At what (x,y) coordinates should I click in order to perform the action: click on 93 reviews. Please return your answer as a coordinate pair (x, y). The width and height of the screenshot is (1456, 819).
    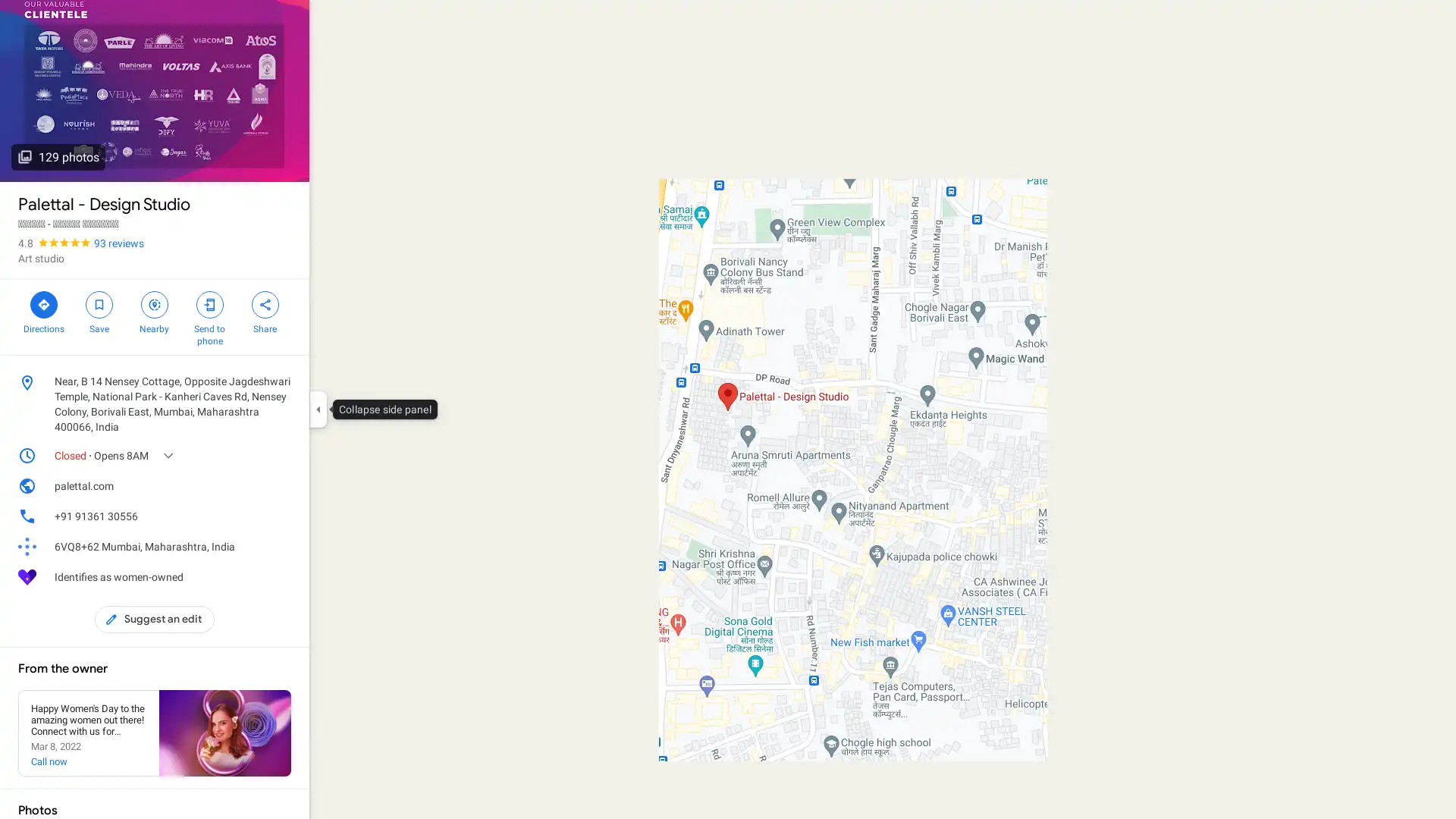
    Looking at the image, I should click on (118, 242).